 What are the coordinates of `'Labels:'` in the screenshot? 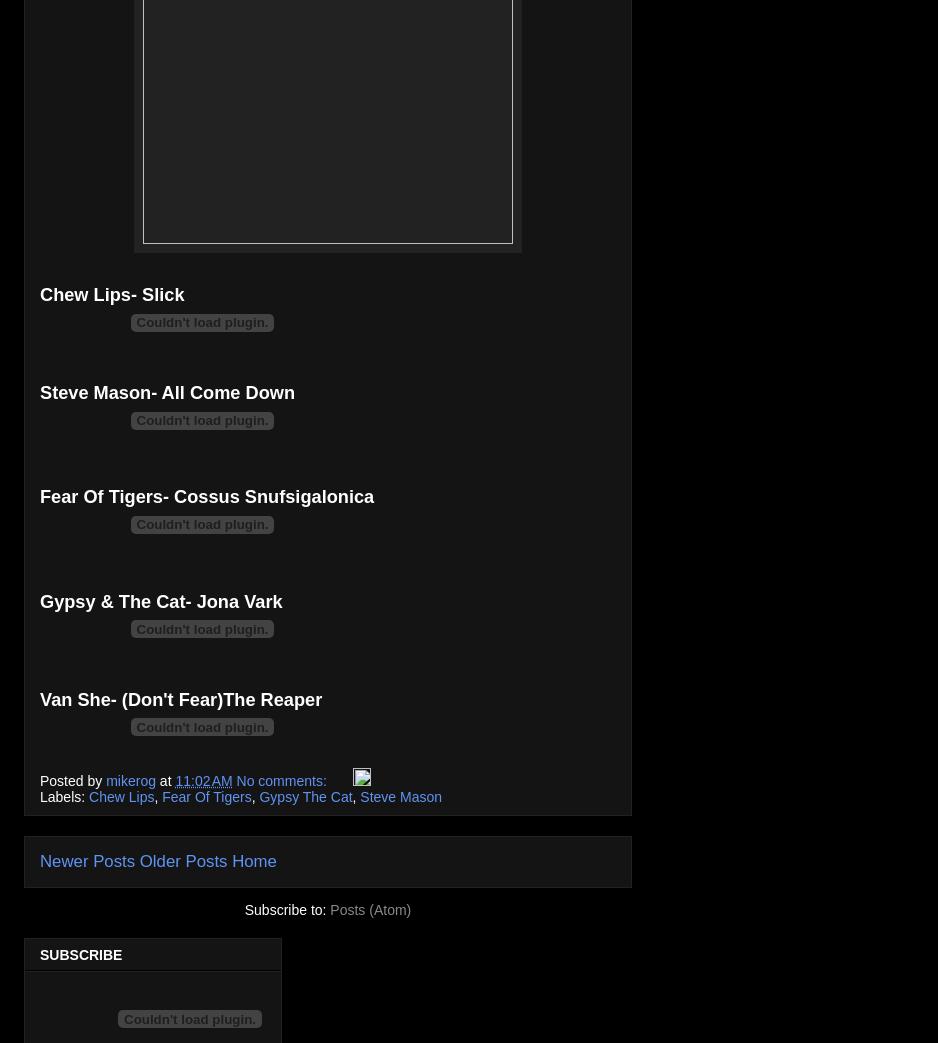 It's located at (63, 795).